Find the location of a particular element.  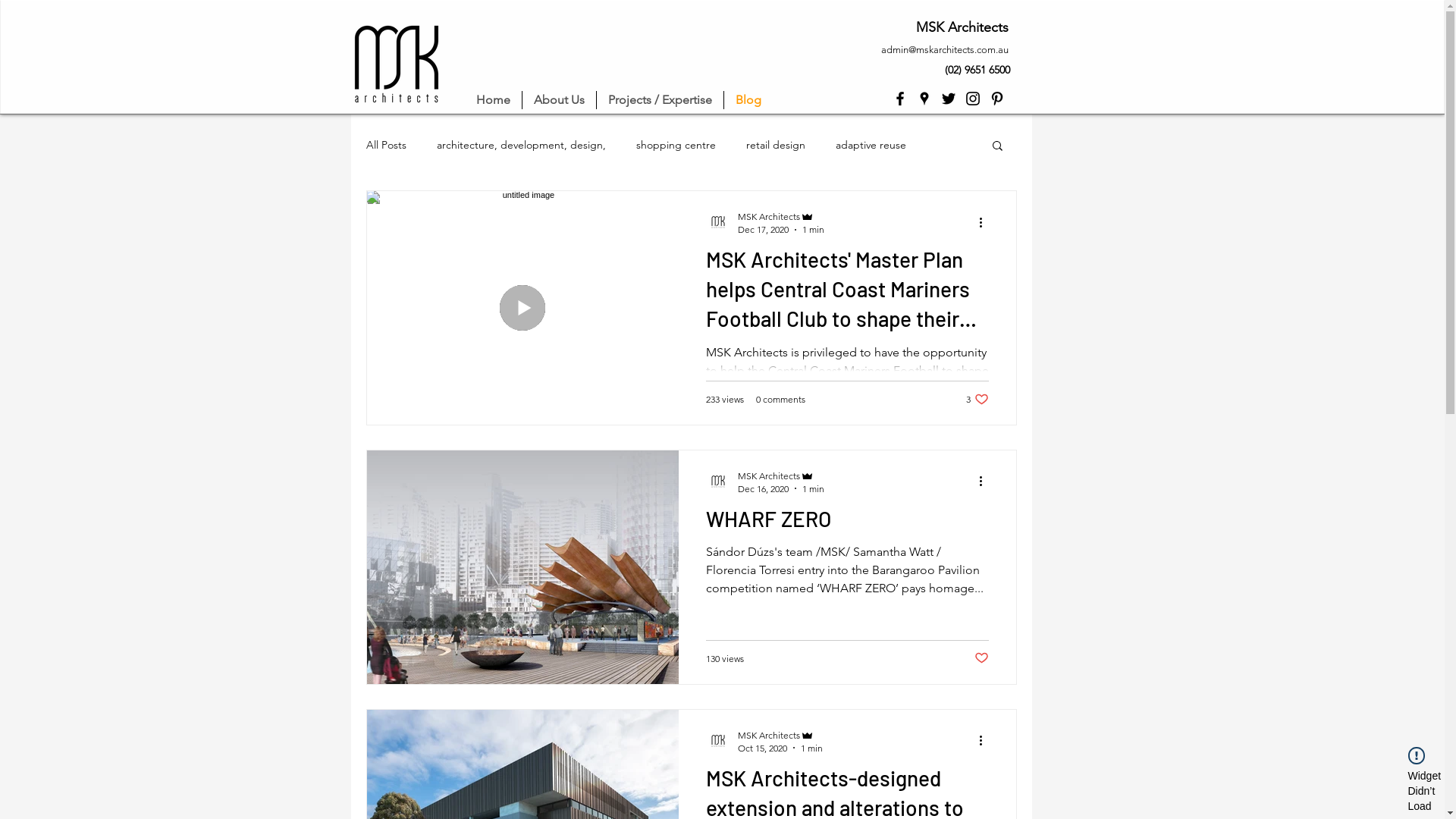

'Projects / Expertise' is located at coordinates (659, 99).